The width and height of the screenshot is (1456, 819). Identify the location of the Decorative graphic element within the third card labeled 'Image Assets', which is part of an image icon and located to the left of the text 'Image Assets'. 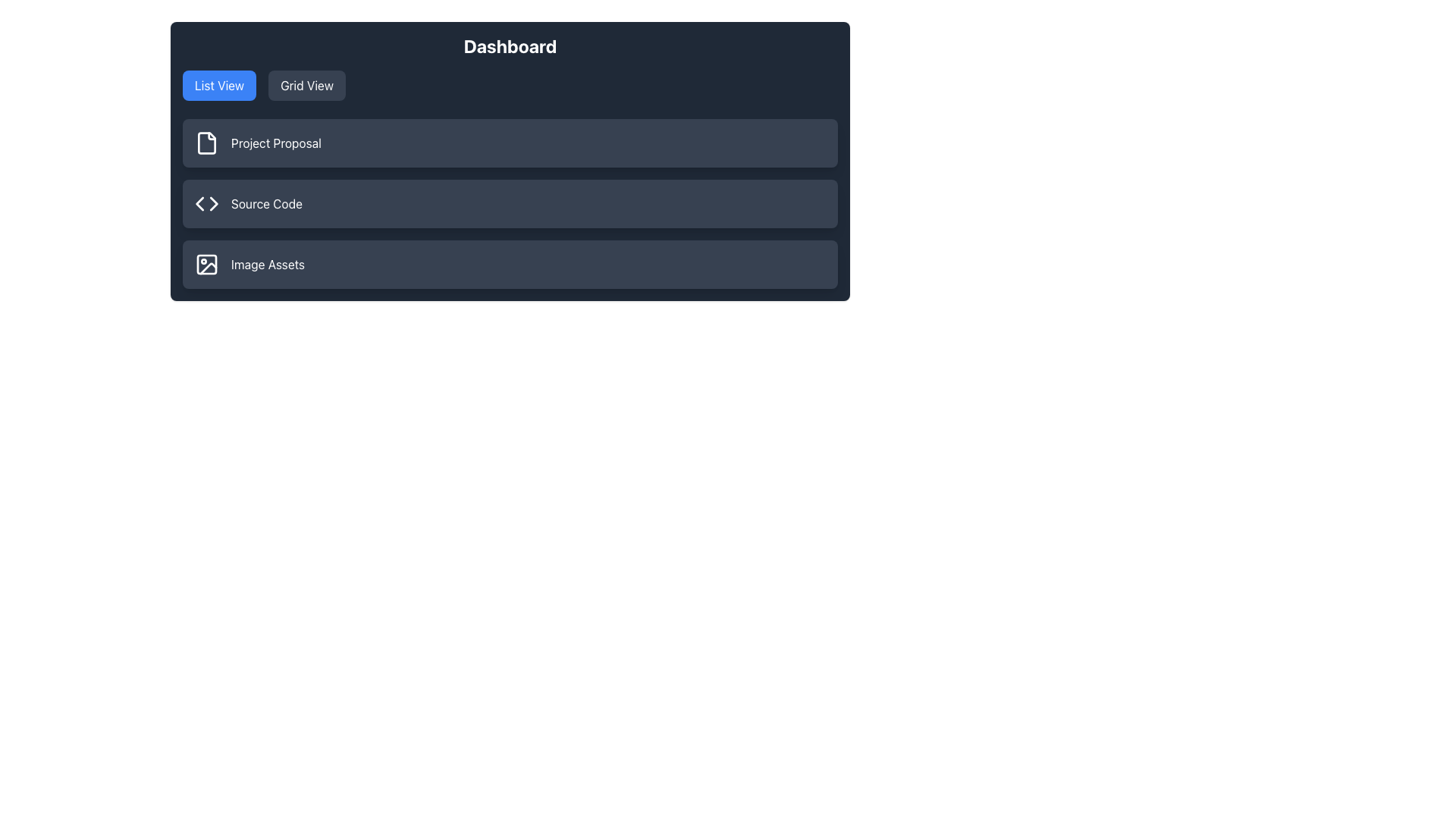
(207, 268).